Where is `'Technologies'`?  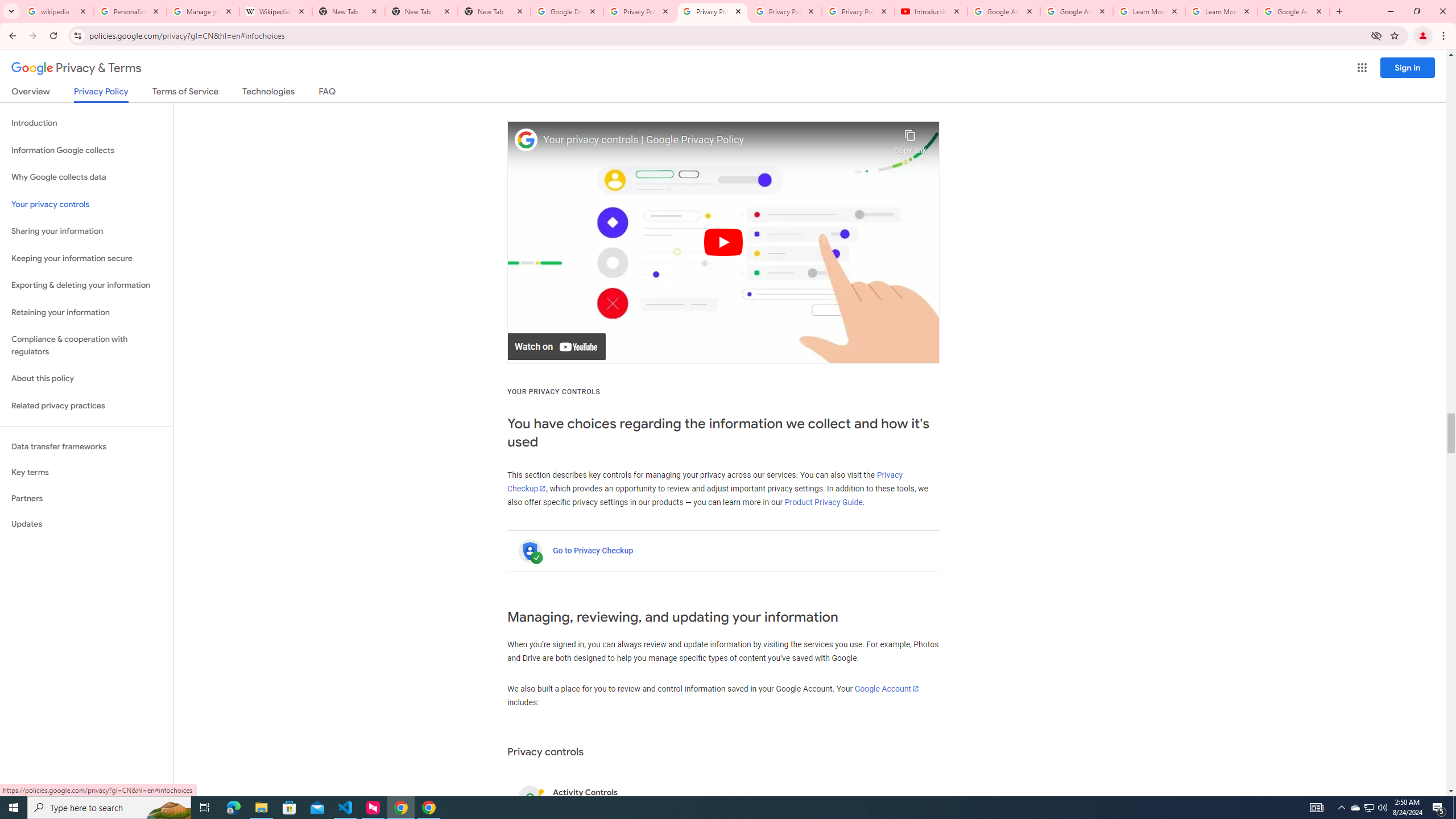
'Technologies' is located at coordinates (268, 93).